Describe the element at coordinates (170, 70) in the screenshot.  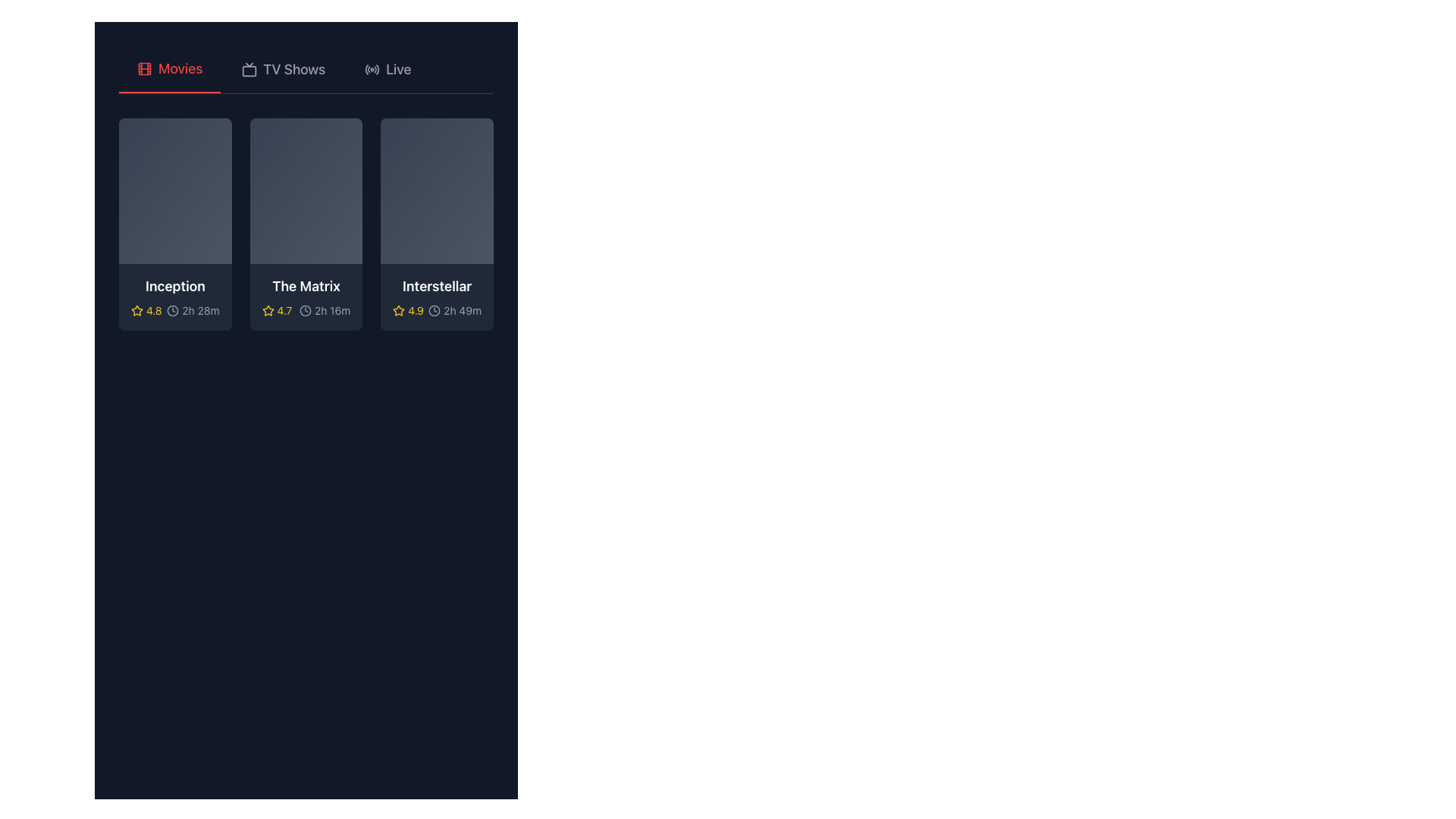
I see `the 'Movies' button in the top-left navigation bar to enable keyboard navigation` at that location.